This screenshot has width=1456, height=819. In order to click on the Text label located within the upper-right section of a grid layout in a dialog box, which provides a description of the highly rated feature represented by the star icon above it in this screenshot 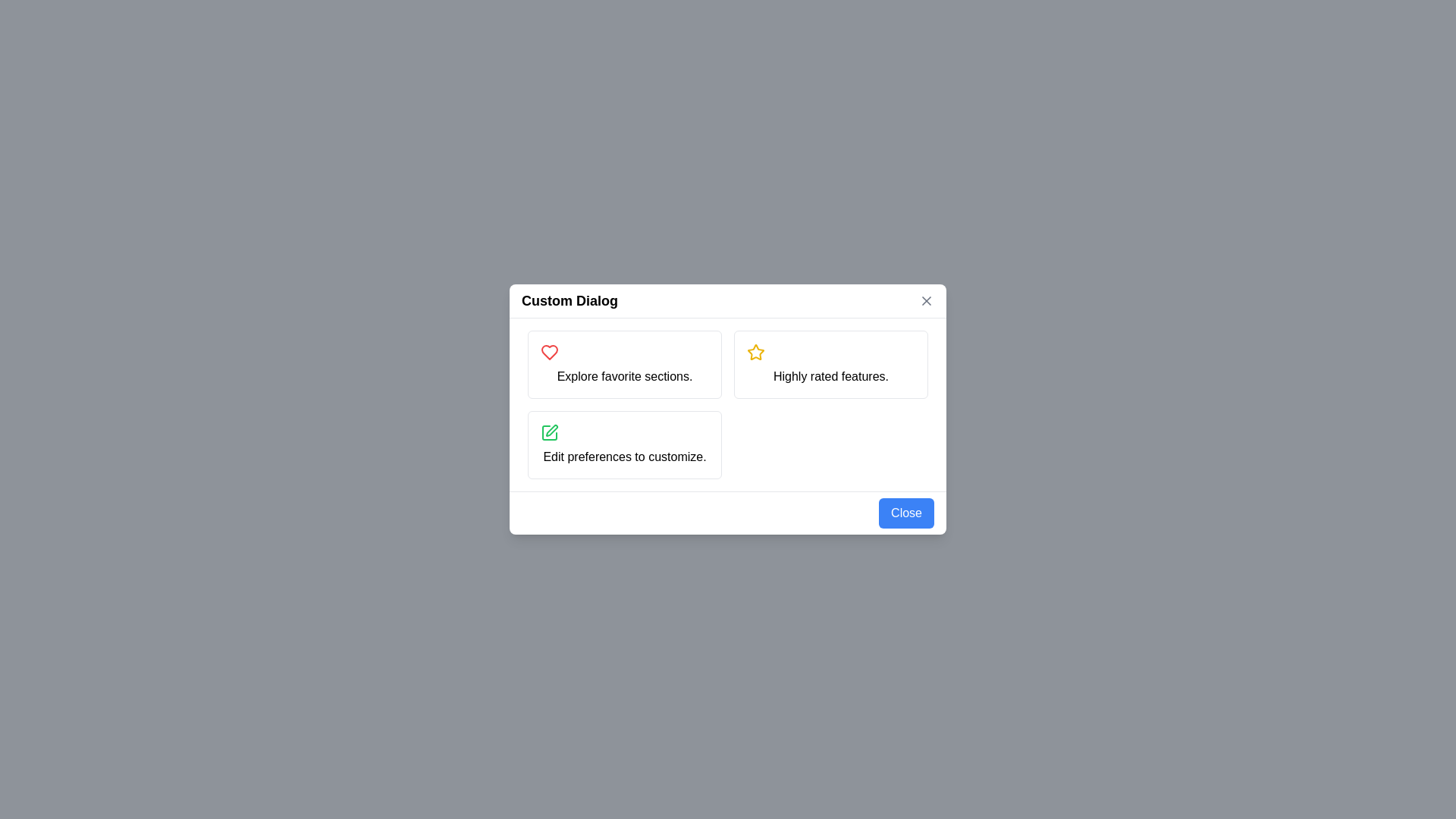, I will do `click(830, 376)`.